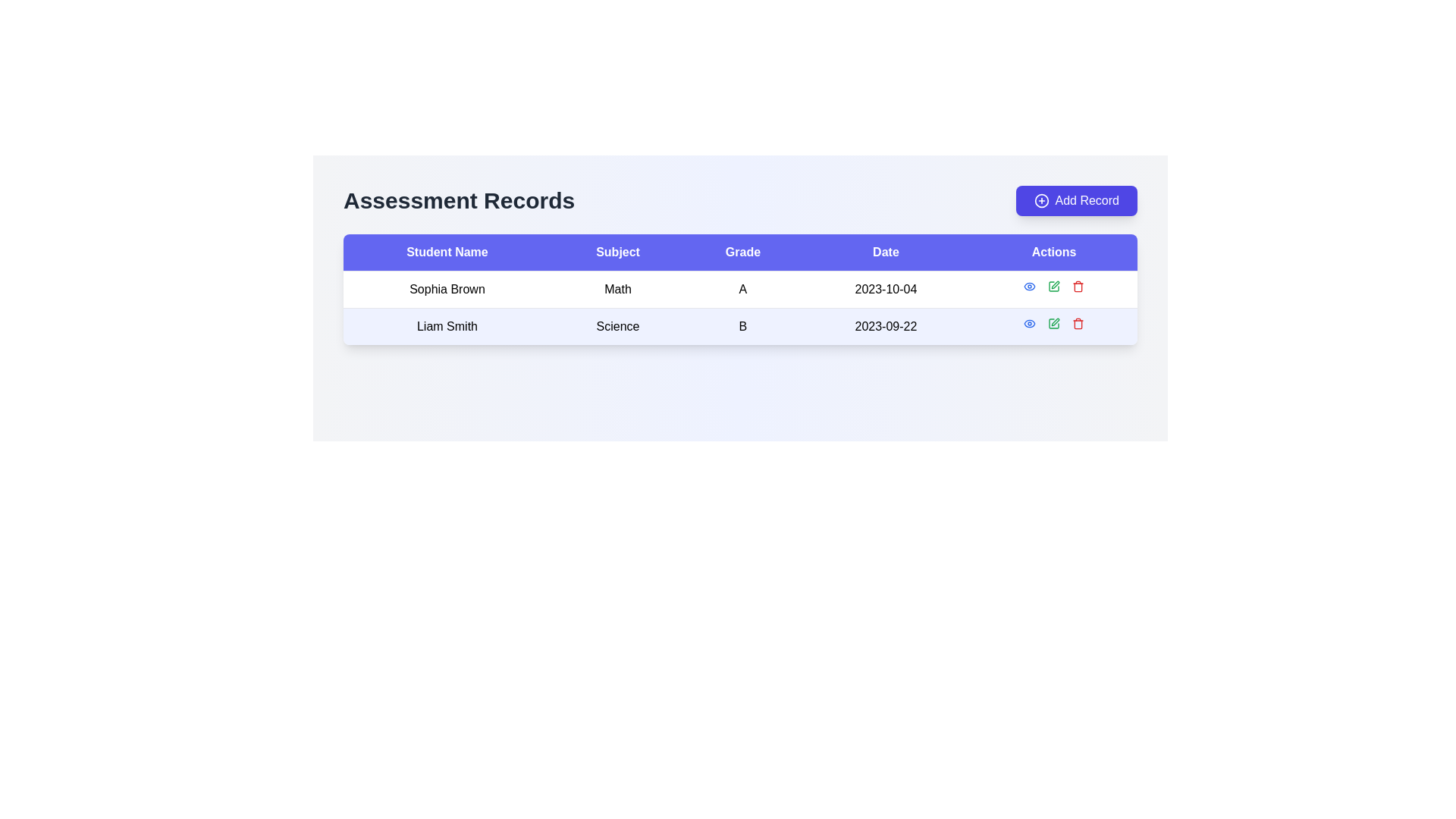 Image resolution: width=1456 pixels, height=819 pixels. I want to click on the blue eye-shaped Action Icon located under the Actions column beside the second data row in the table, so click(1030, 287).